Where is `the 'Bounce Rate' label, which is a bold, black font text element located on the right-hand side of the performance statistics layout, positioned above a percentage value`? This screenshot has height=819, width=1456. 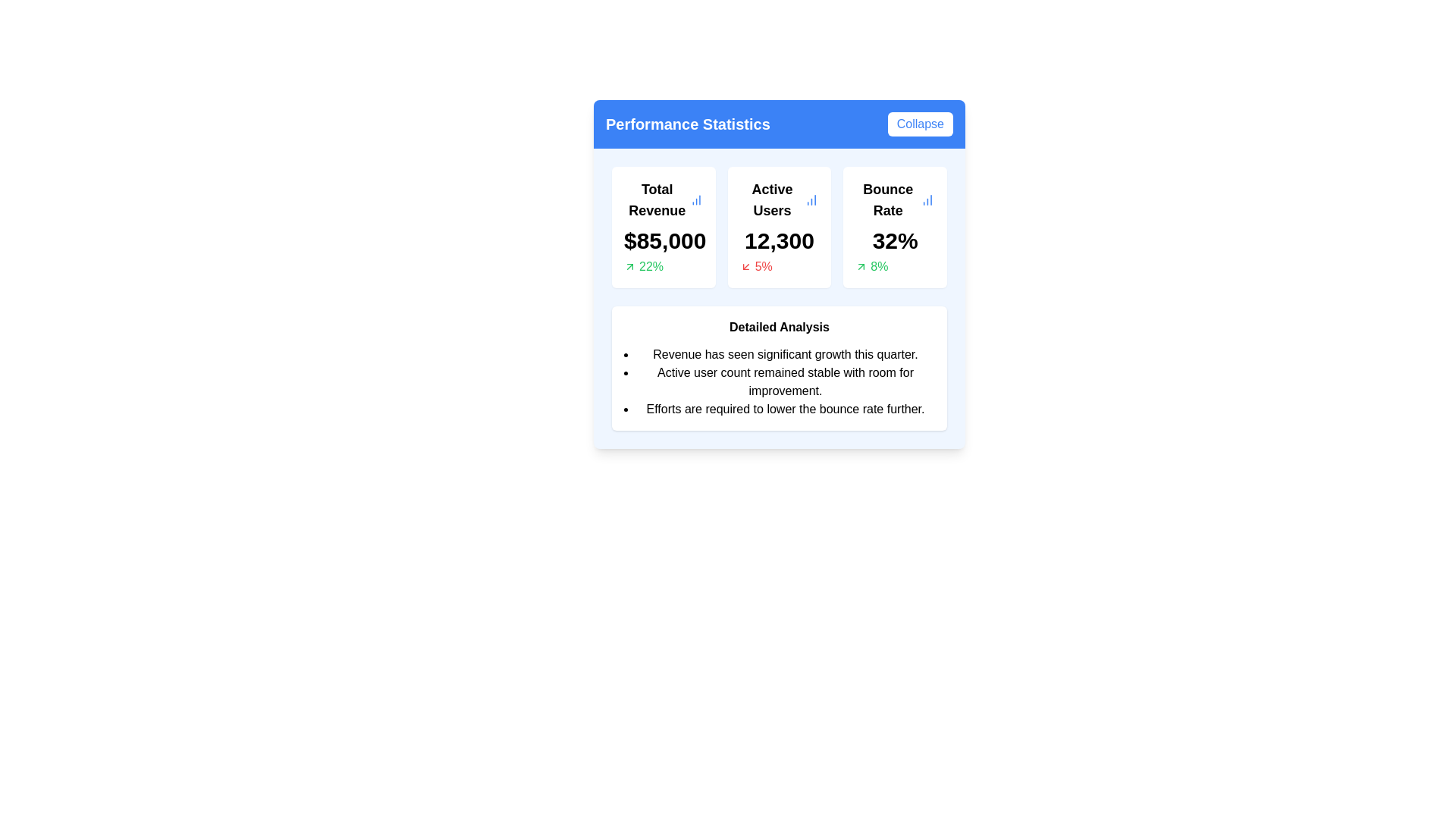 the 'Bounce Rate' label, which is a bold, black font text element located on the right-hand side of the performance statistics layout, positioned above a percentage value is located at coordinates (888, 199).